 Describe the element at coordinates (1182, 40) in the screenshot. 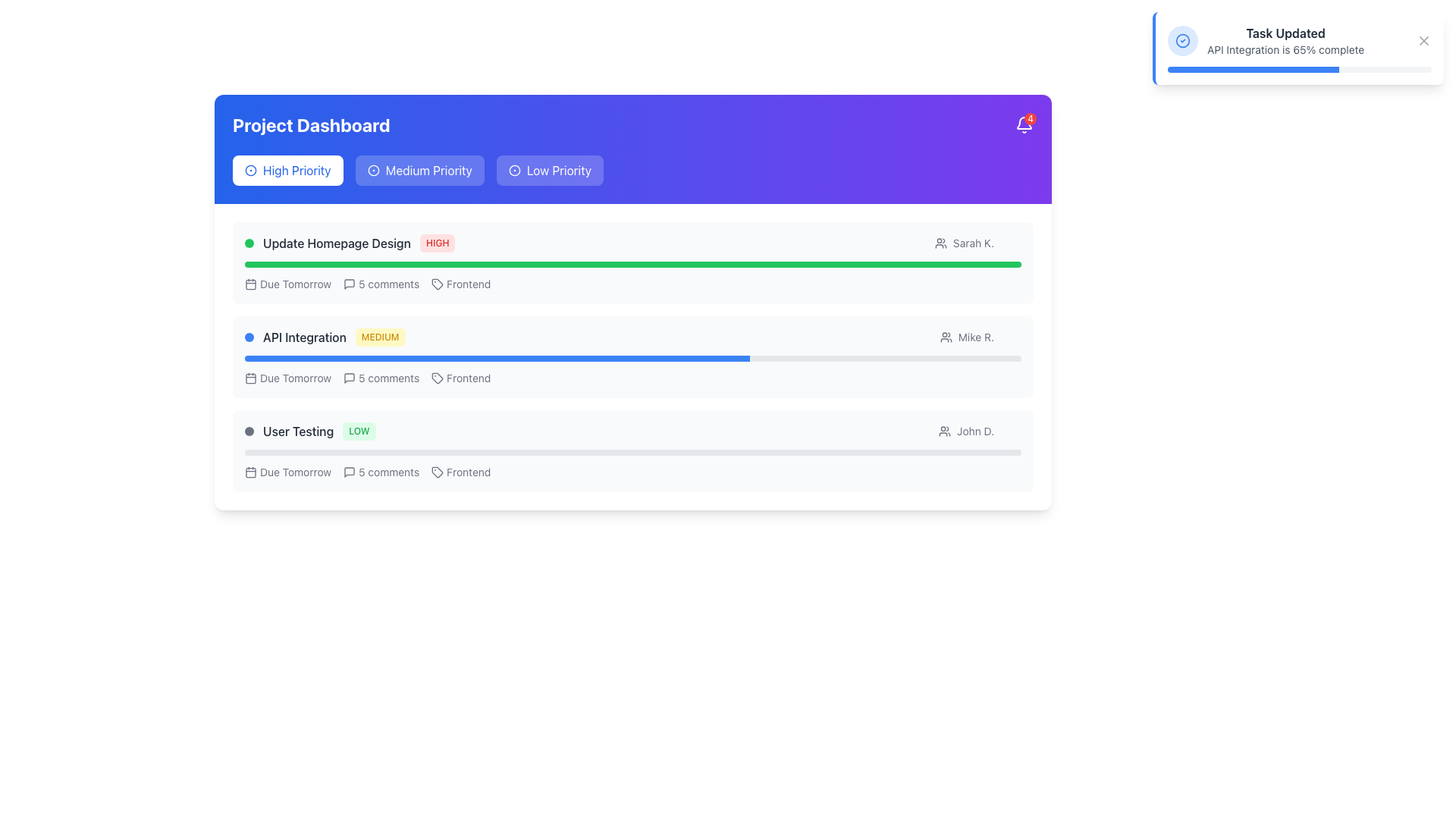

I see `the SVG graphical circle that represents part of a notification icon located` at that location.